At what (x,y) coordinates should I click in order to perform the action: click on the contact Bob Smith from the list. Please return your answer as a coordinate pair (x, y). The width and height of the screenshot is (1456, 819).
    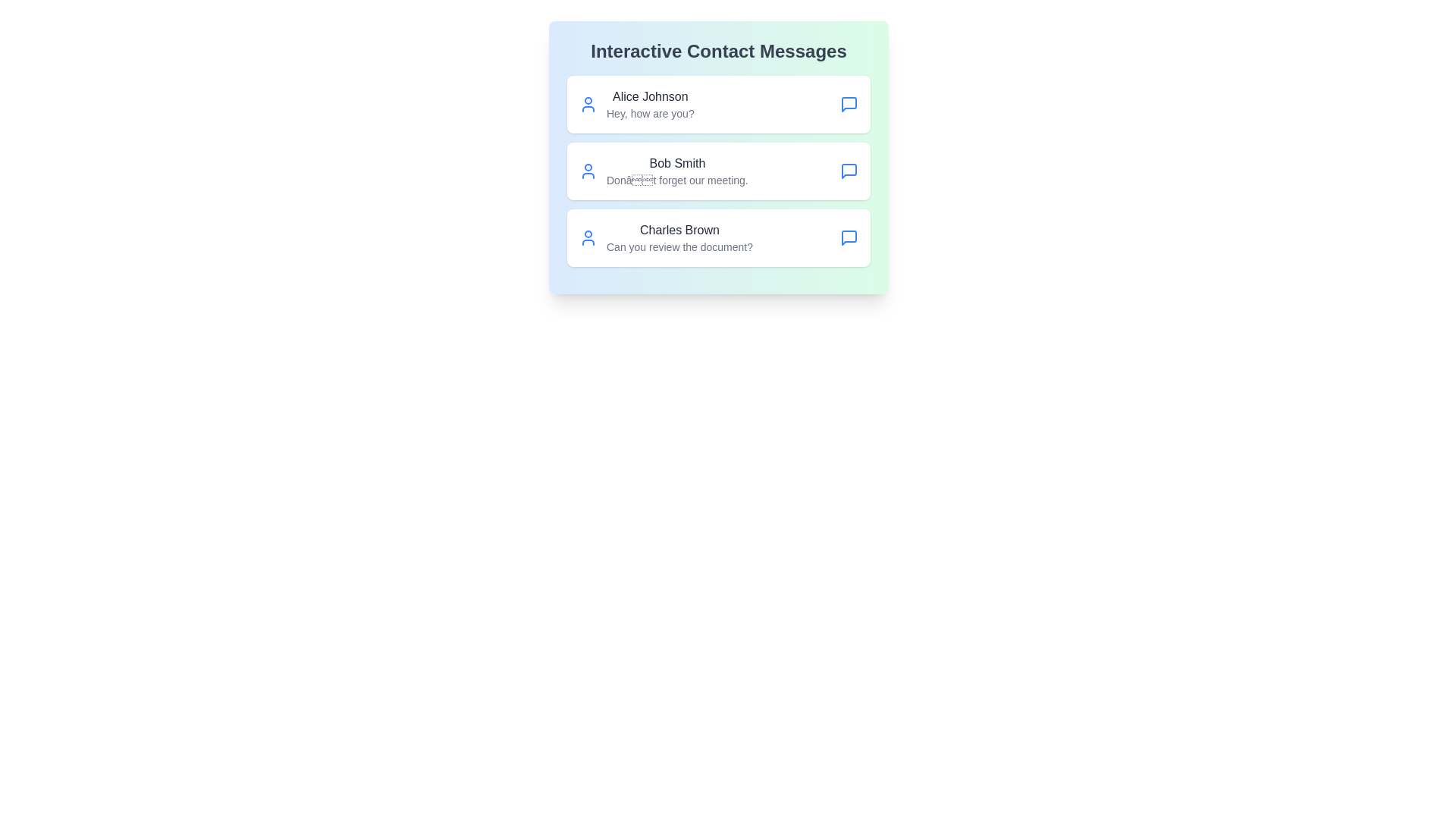
    Looking at the image, I should click on (718, 171).